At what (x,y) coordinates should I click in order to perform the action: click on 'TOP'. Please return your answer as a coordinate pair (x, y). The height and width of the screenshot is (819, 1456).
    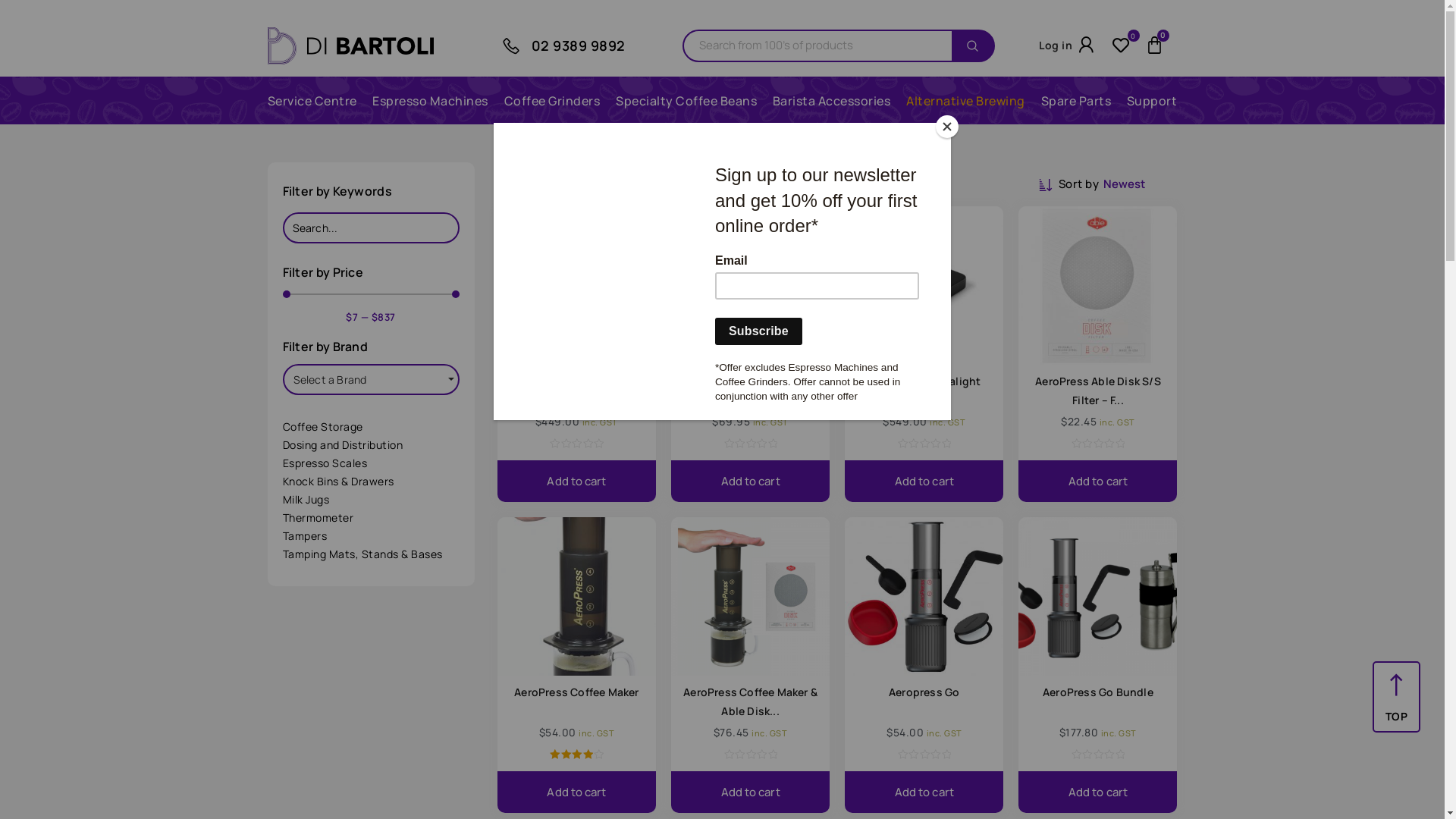
    Looking at the image, I should click on (1395, 716).